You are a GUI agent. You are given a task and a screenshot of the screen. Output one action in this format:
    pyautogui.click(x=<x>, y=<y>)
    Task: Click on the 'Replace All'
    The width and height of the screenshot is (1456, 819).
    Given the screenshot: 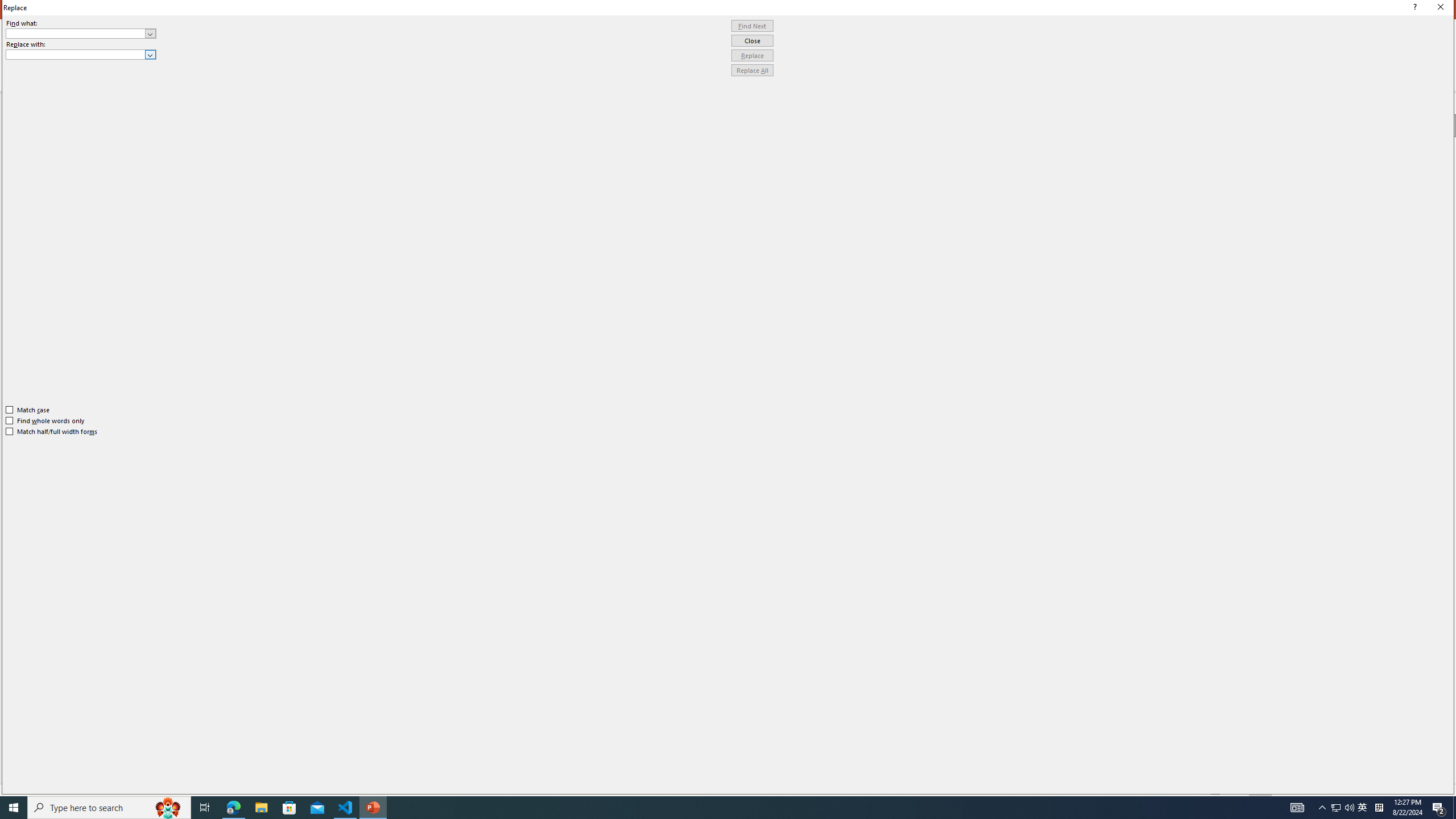 What is the action you would take?
    pyautogui.click(x=752, y=69)
    